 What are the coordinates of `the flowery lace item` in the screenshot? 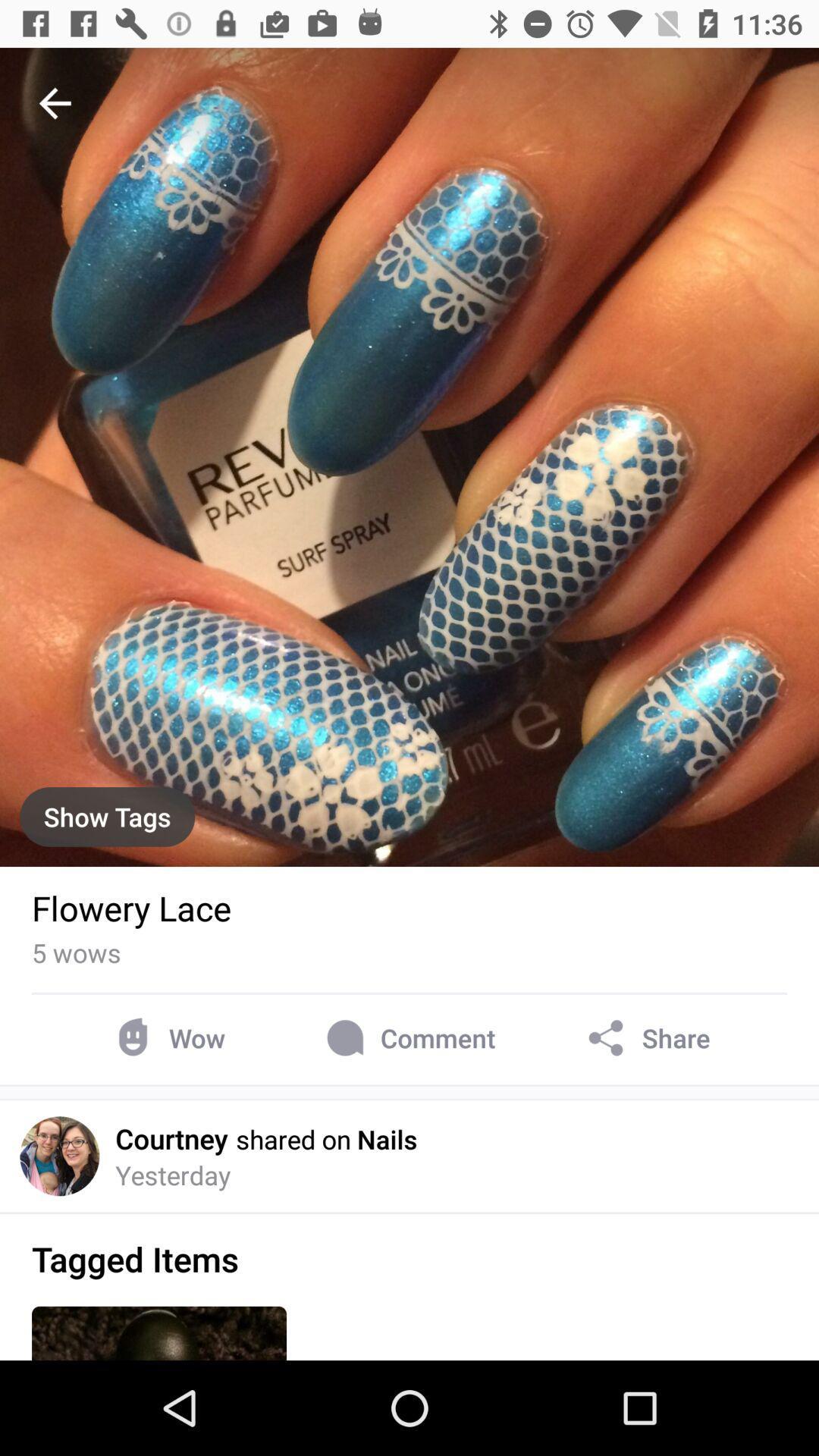 It's located at (130, 908).